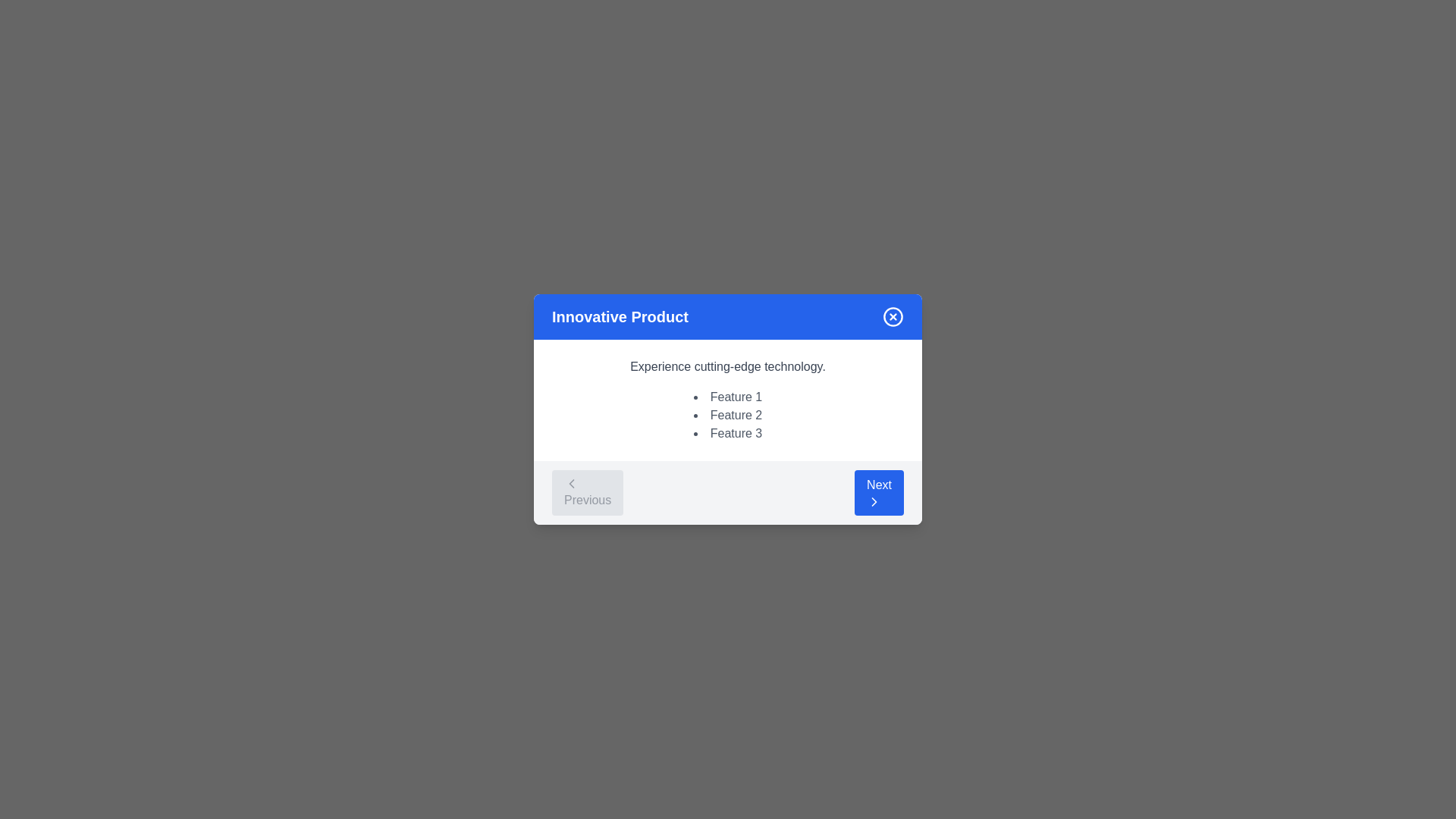  What do you see at coordinates (728, 415) in the screenshot?
I see `the text element displaying 'Feature 2', which is the second item in a bullet-point list within a dialog box` at bounding box center [728, 415].